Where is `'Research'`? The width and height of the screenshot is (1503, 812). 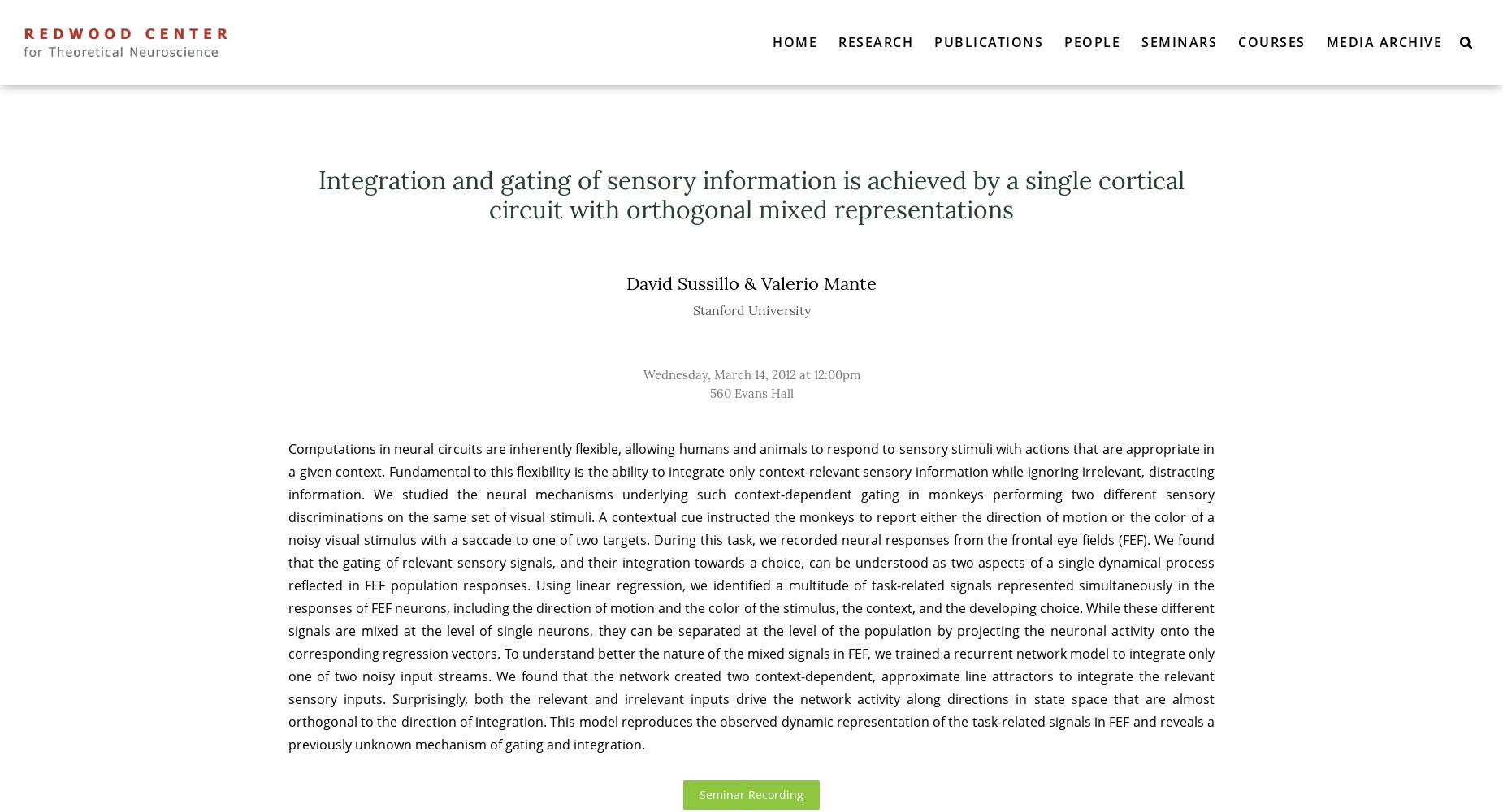
'Research' is located at coordinates (874, 41).